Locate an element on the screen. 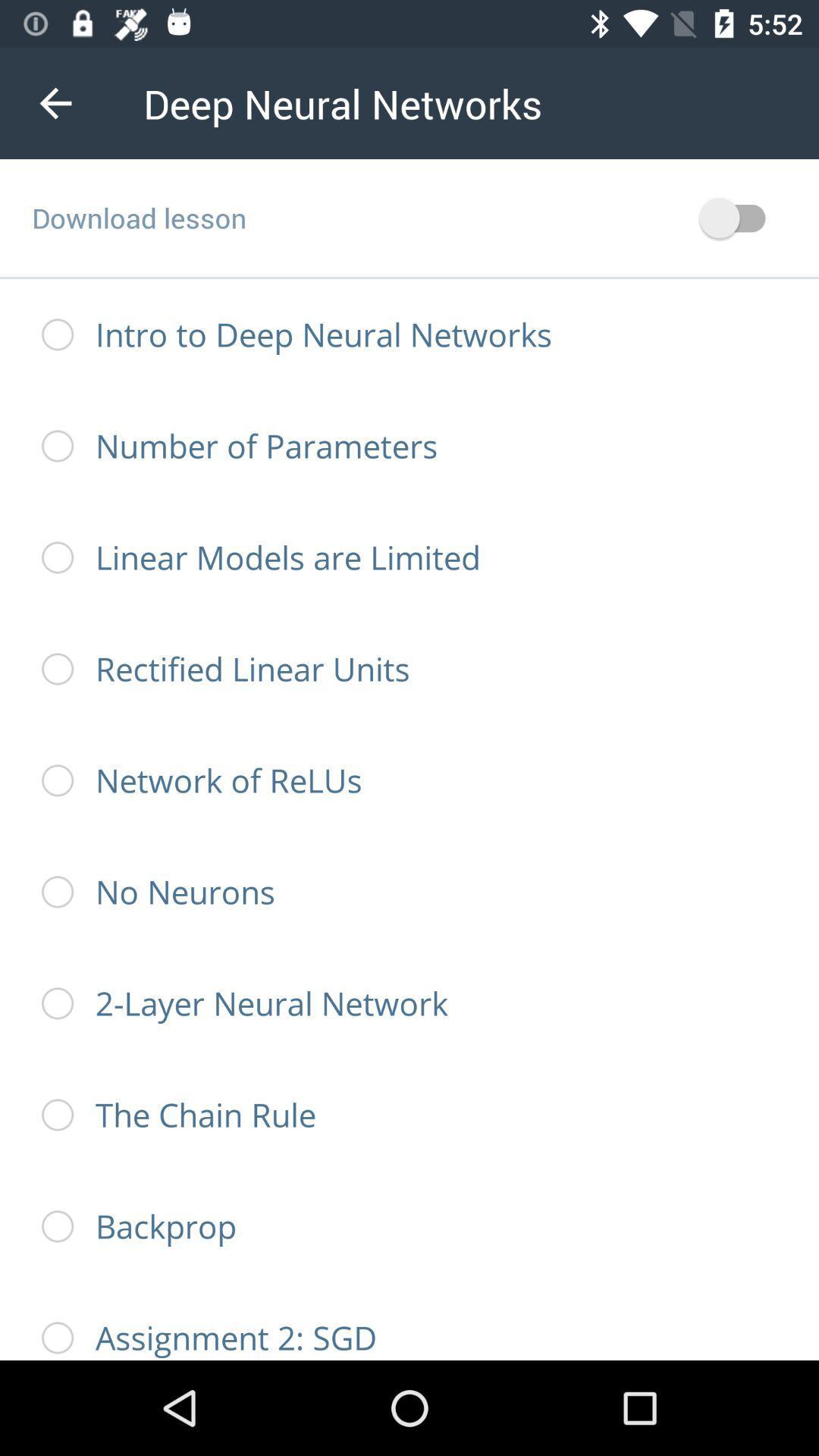 This screenshot has height=1456, width=819. the item above the download lesson item is located at coordinates (55, 102).